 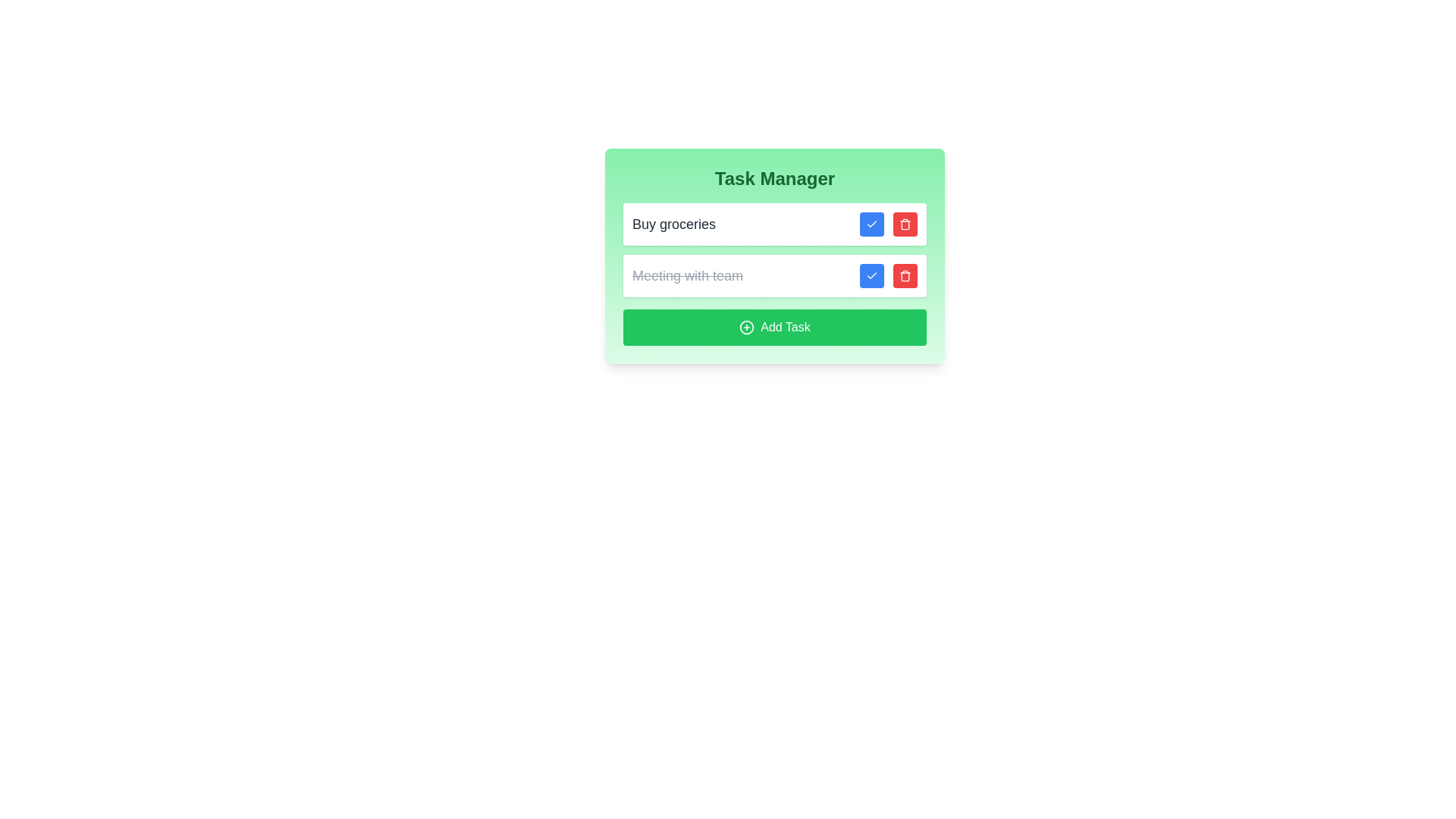 What do you see at coordinates (687, 275) in the screenshot?
I see `the text label that states 'Meeting with team', which is styled with a line-through effect indicating a completed task` at bounding box center [687, 275].